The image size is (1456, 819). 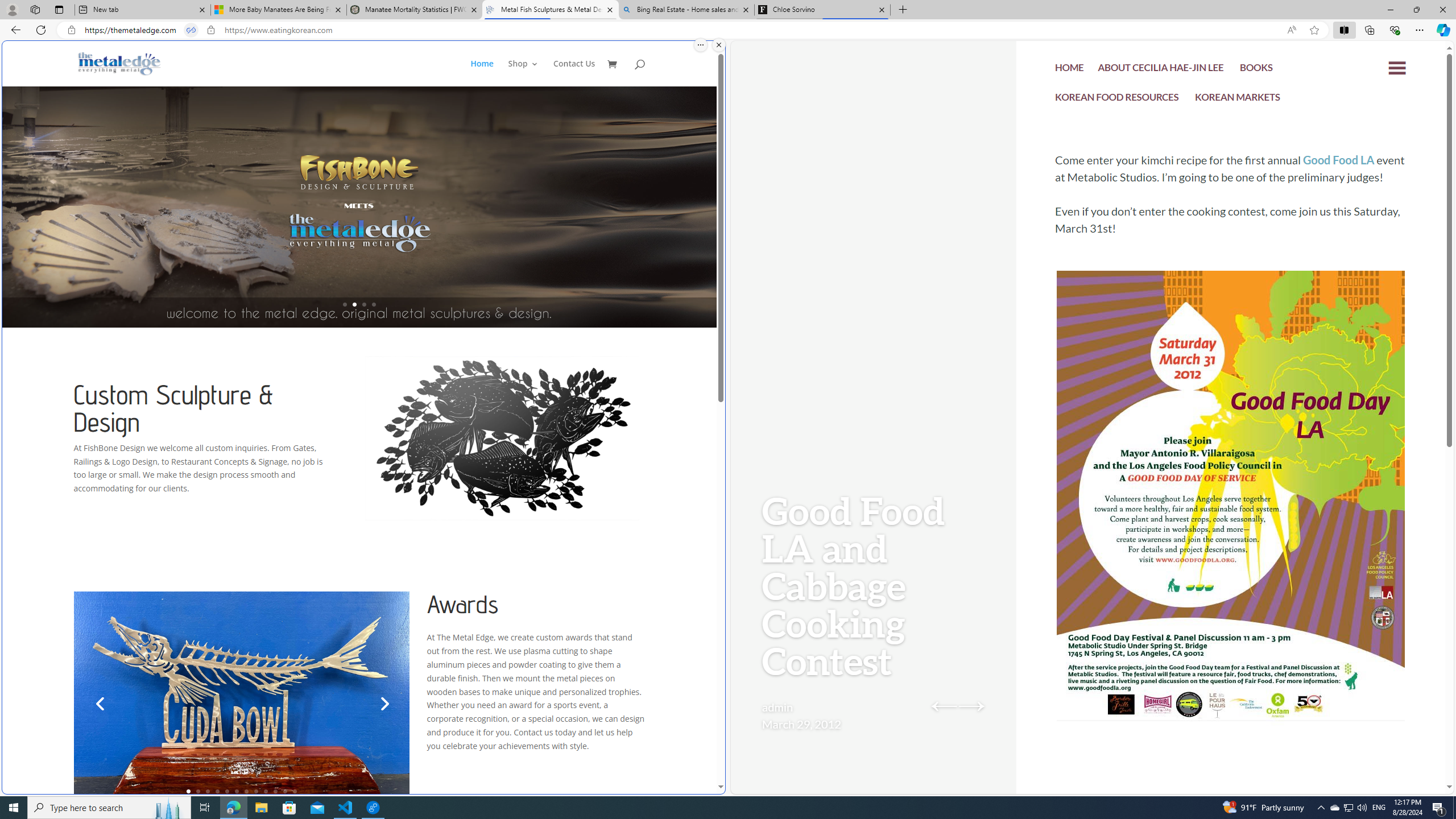 I want to click on 'HOME', so click(x=1069, y=68).